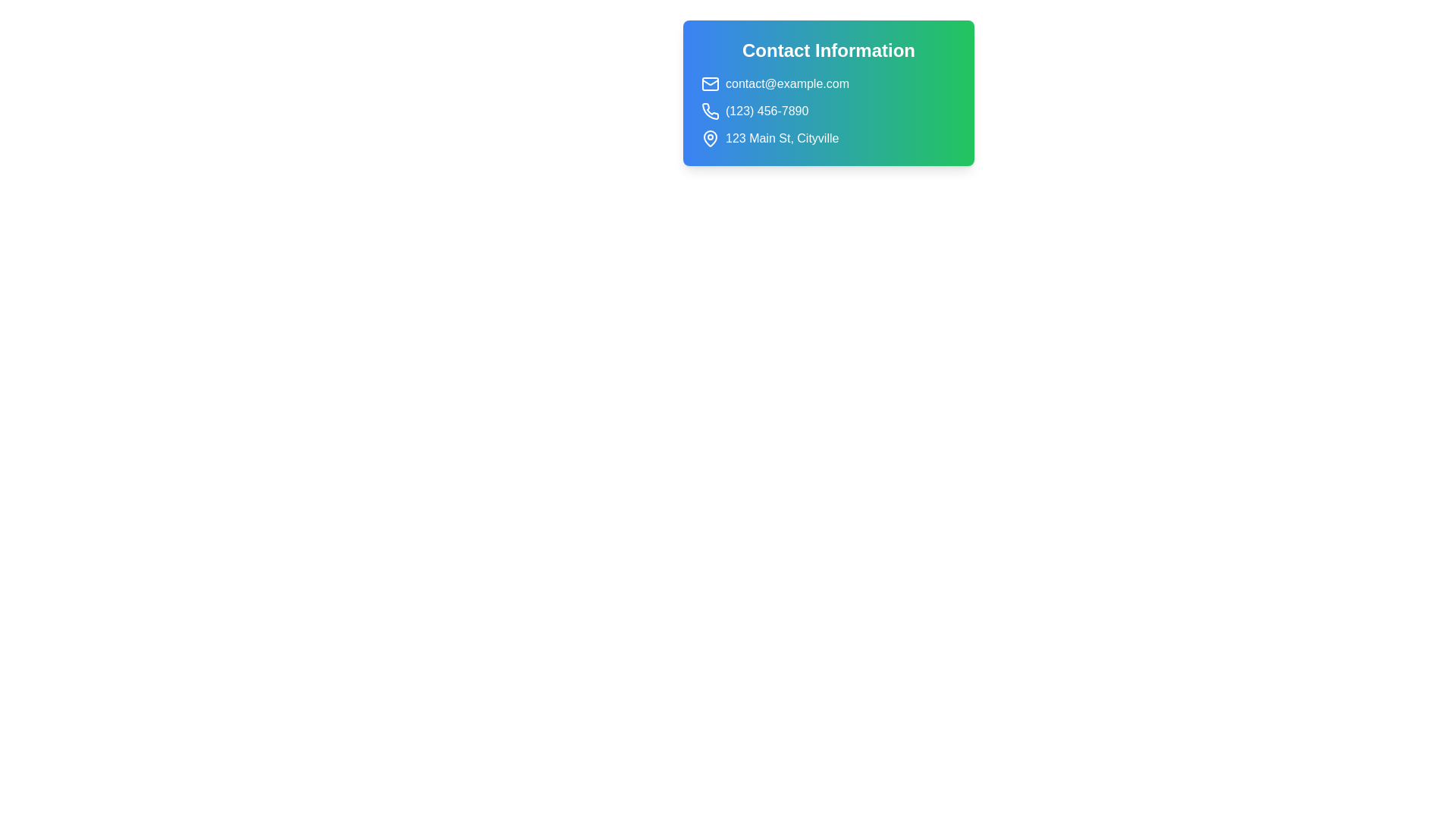 This screenshot has height=819, width=1456. Describe the element at coordinates (709, 110) in the screenshot. I see `label associated with the phone handset icon located to the left of the phone number '(123) 456-7890' in the contact information card` at that location.